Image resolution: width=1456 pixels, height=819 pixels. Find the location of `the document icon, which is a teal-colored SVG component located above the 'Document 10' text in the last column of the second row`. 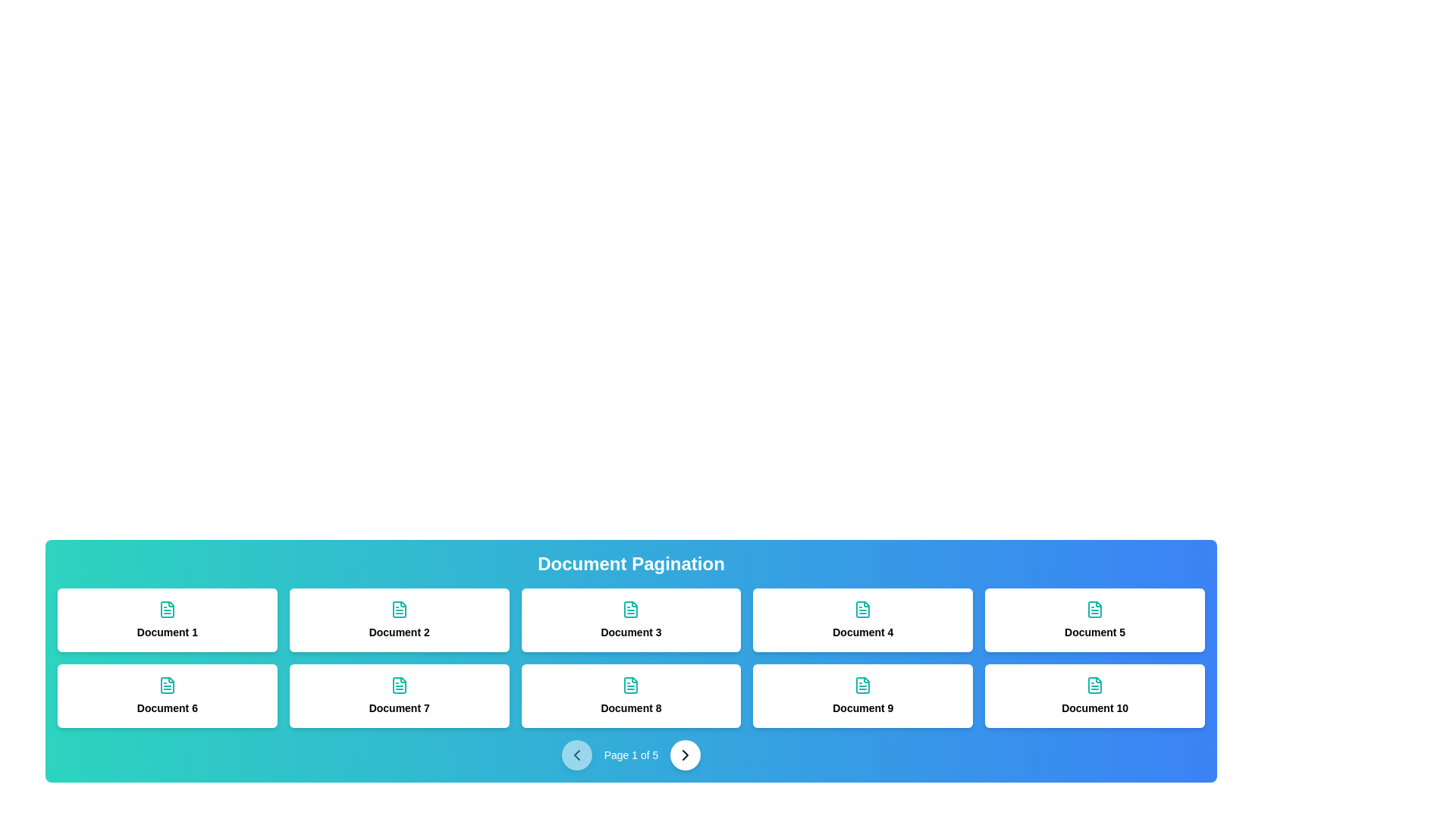

the document icon, which is a teal-colored SVG component located above the 'Document 10' text in the last column of the second row is located at coordinates (1095, 685).